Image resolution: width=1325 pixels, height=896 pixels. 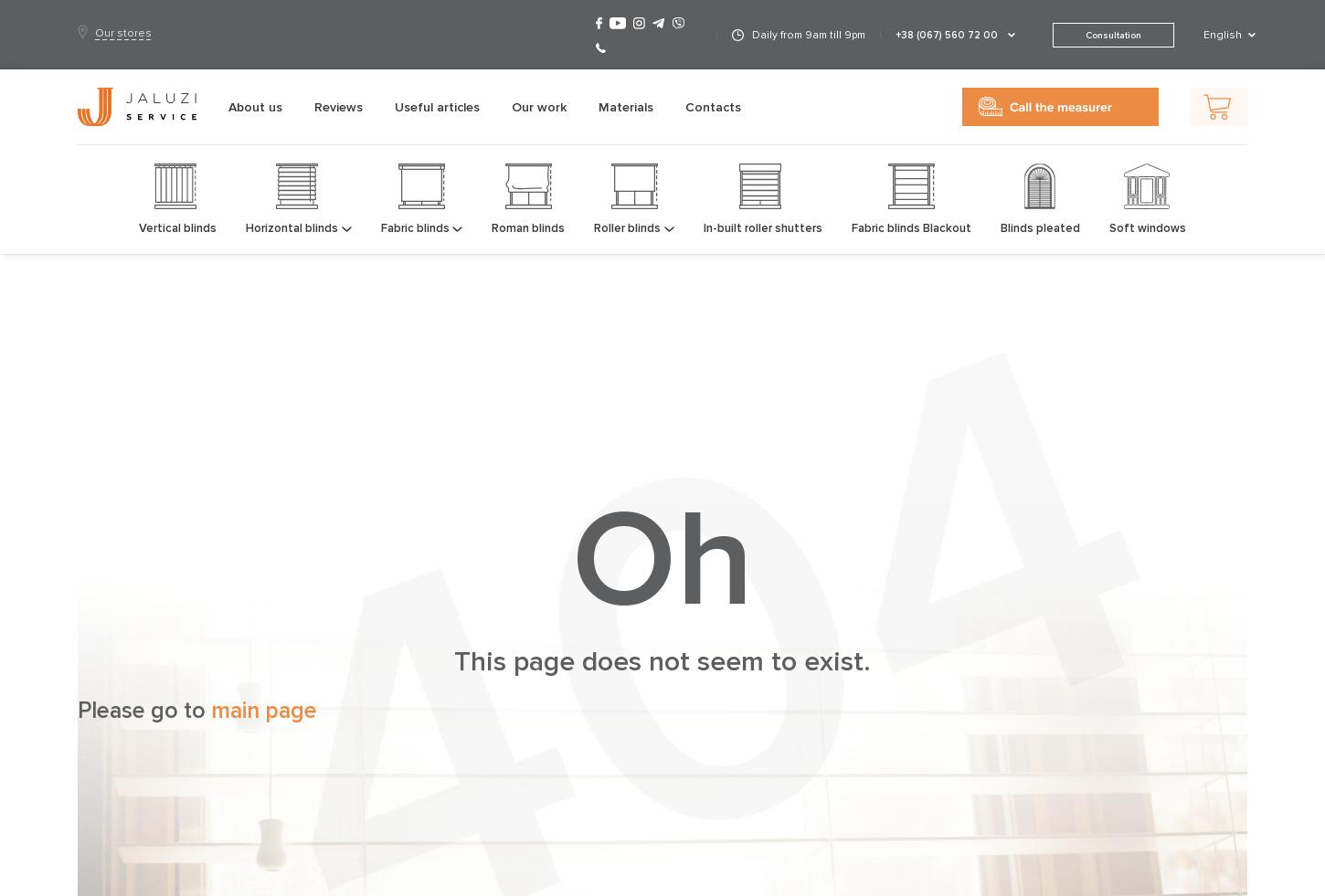 I want to click on 'Consultation', so click(x=1113, y=33).